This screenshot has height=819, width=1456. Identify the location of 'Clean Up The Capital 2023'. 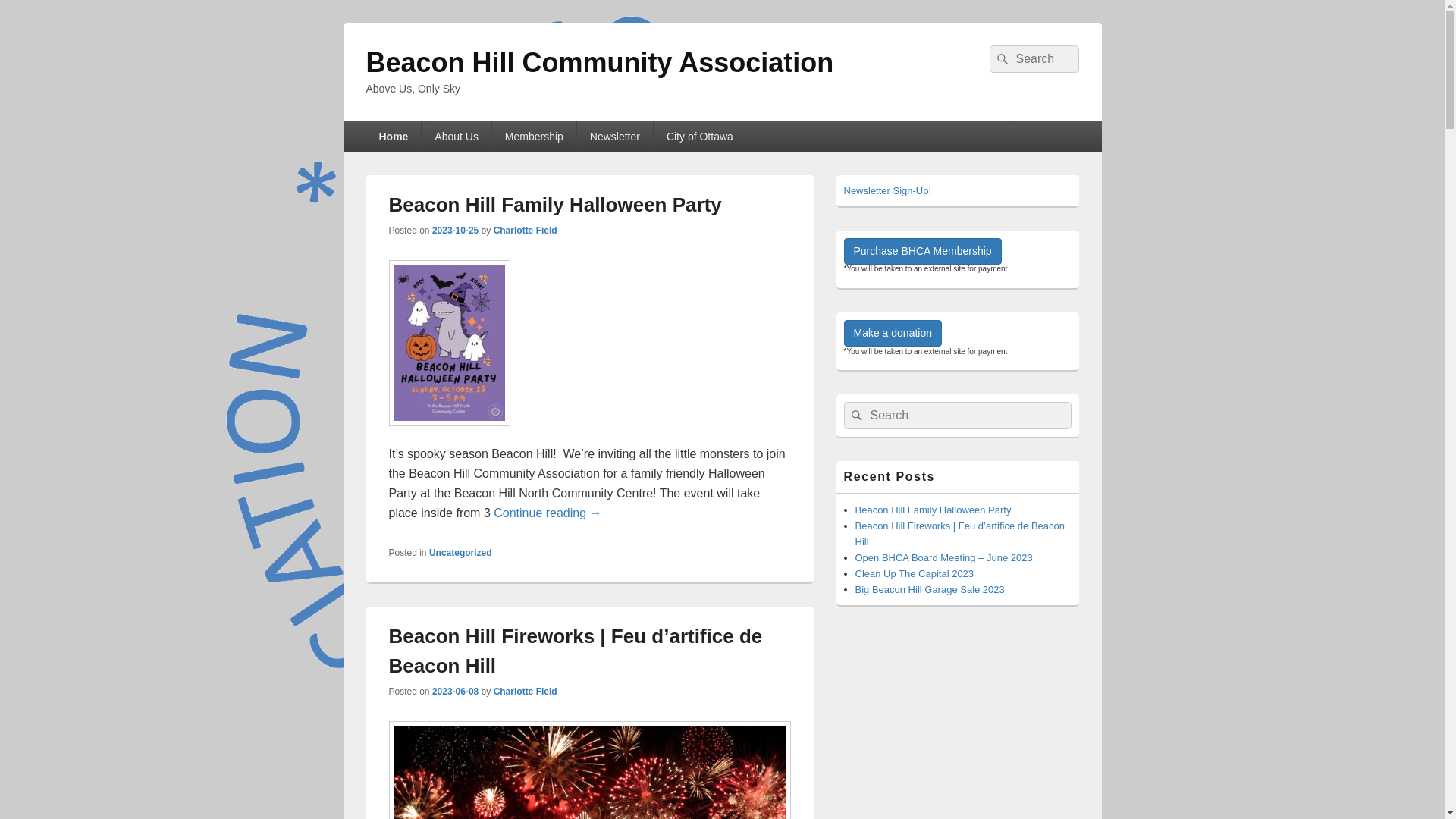
(914, 573).